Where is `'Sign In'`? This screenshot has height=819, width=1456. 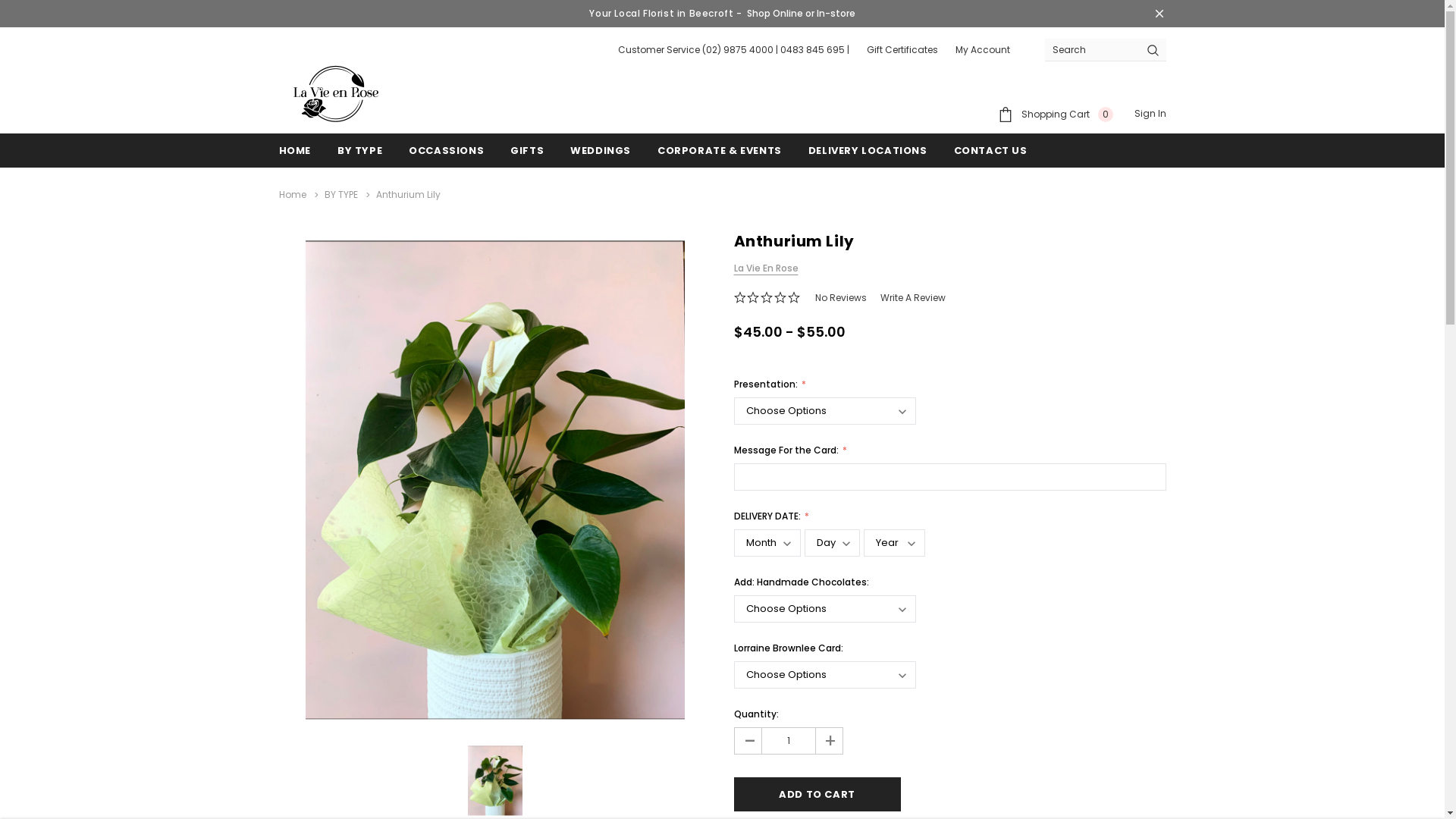 'Sign In' is located at coordinates (1150, 113).